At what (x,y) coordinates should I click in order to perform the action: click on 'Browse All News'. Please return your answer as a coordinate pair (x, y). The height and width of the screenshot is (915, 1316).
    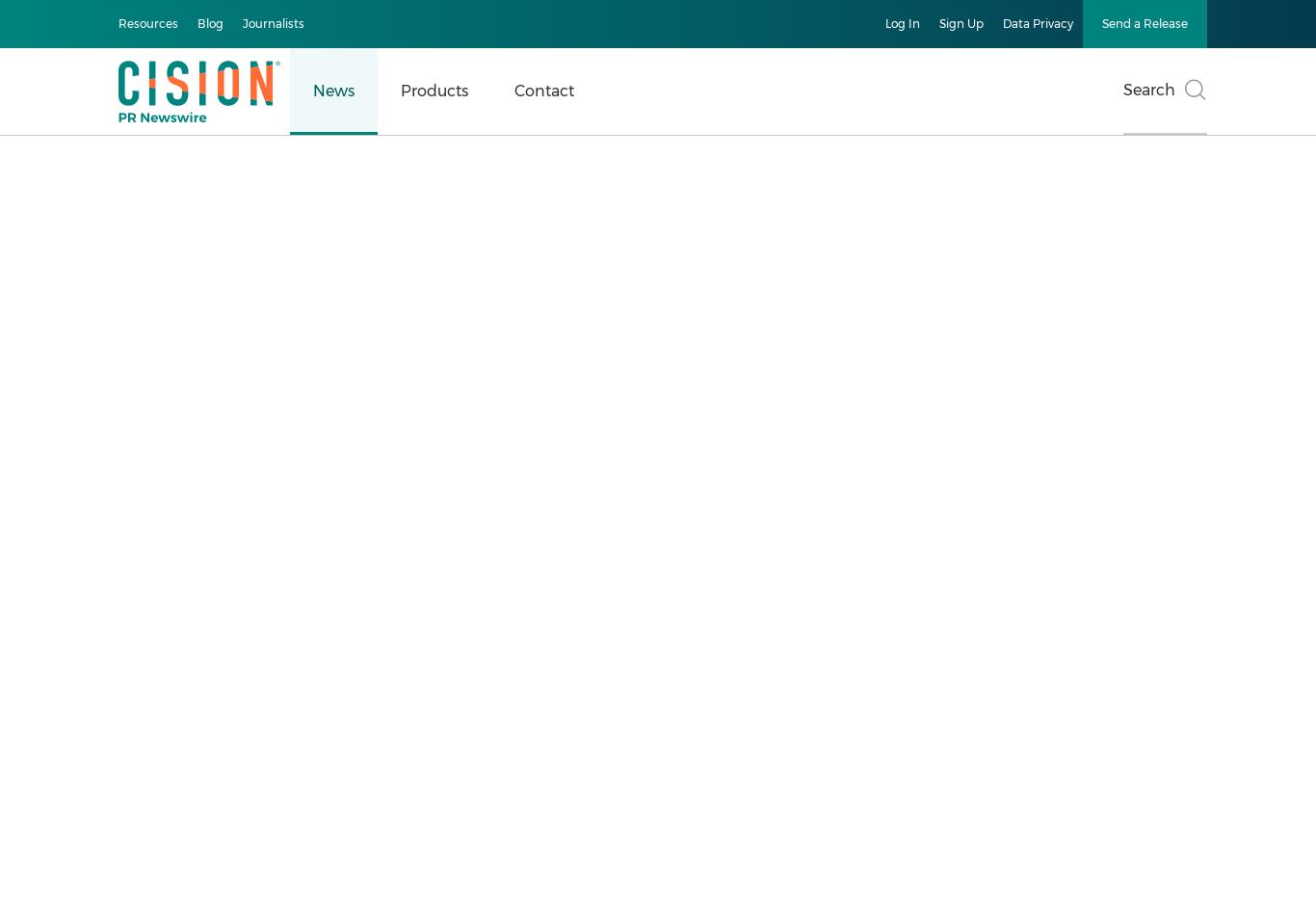
    Looking at the image, I should click on (130, 376).